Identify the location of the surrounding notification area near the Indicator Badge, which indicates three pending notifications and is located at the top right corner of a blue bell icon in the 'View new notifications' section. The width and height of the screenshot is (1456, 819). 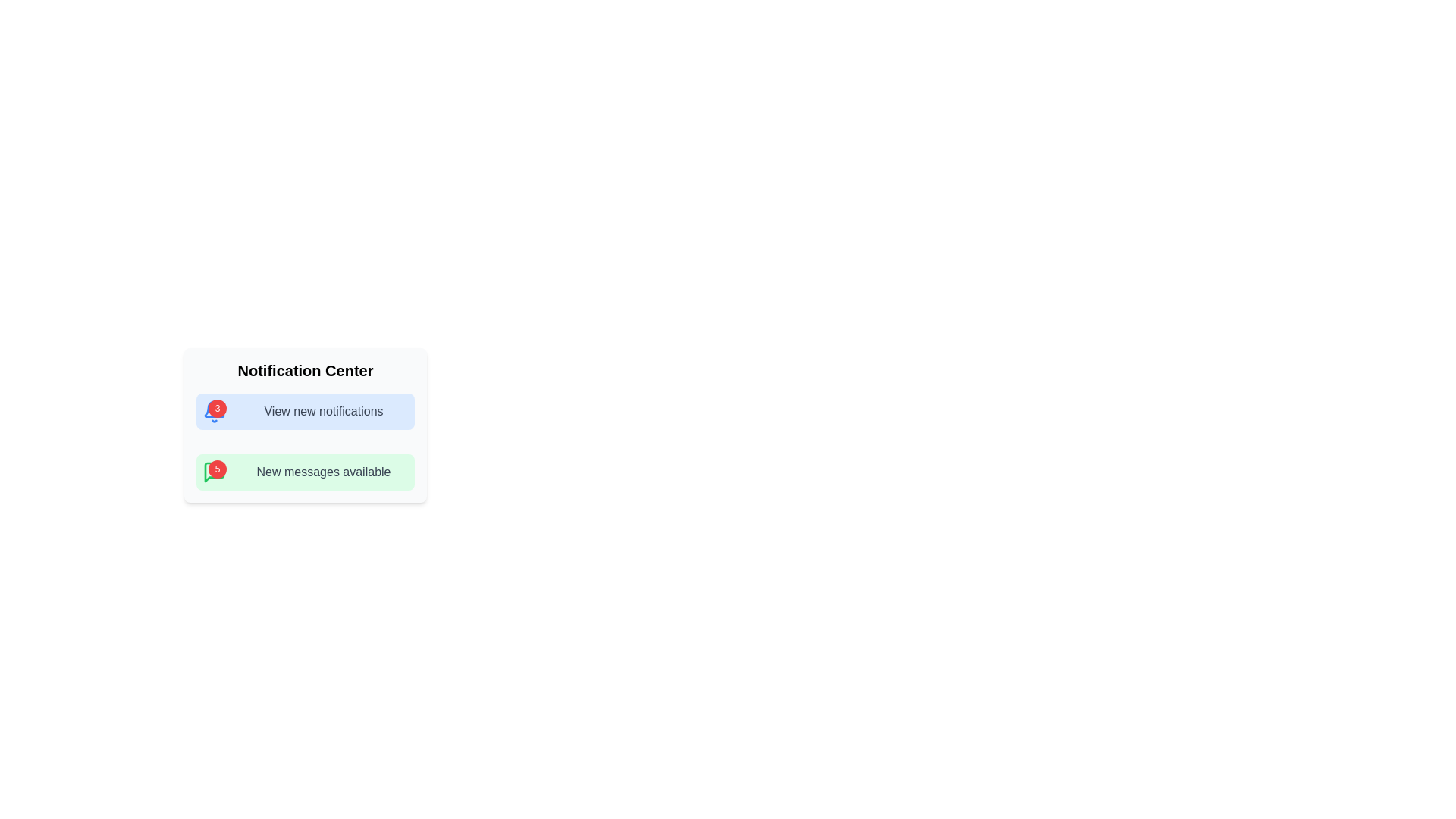
(214, 412).